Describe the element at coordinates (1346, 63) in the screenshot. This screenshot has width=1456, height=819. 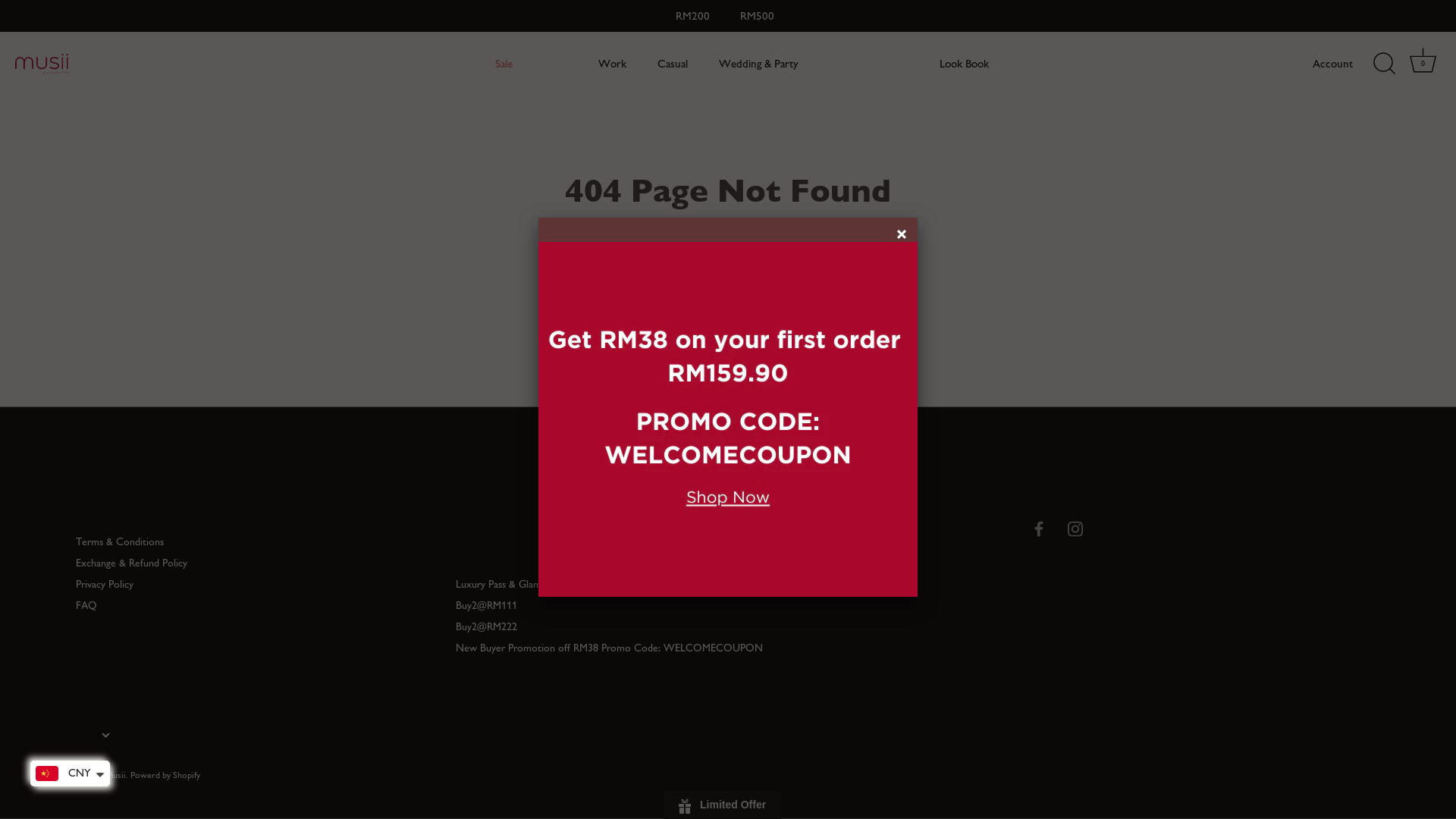
I see `'Account'` at that location.